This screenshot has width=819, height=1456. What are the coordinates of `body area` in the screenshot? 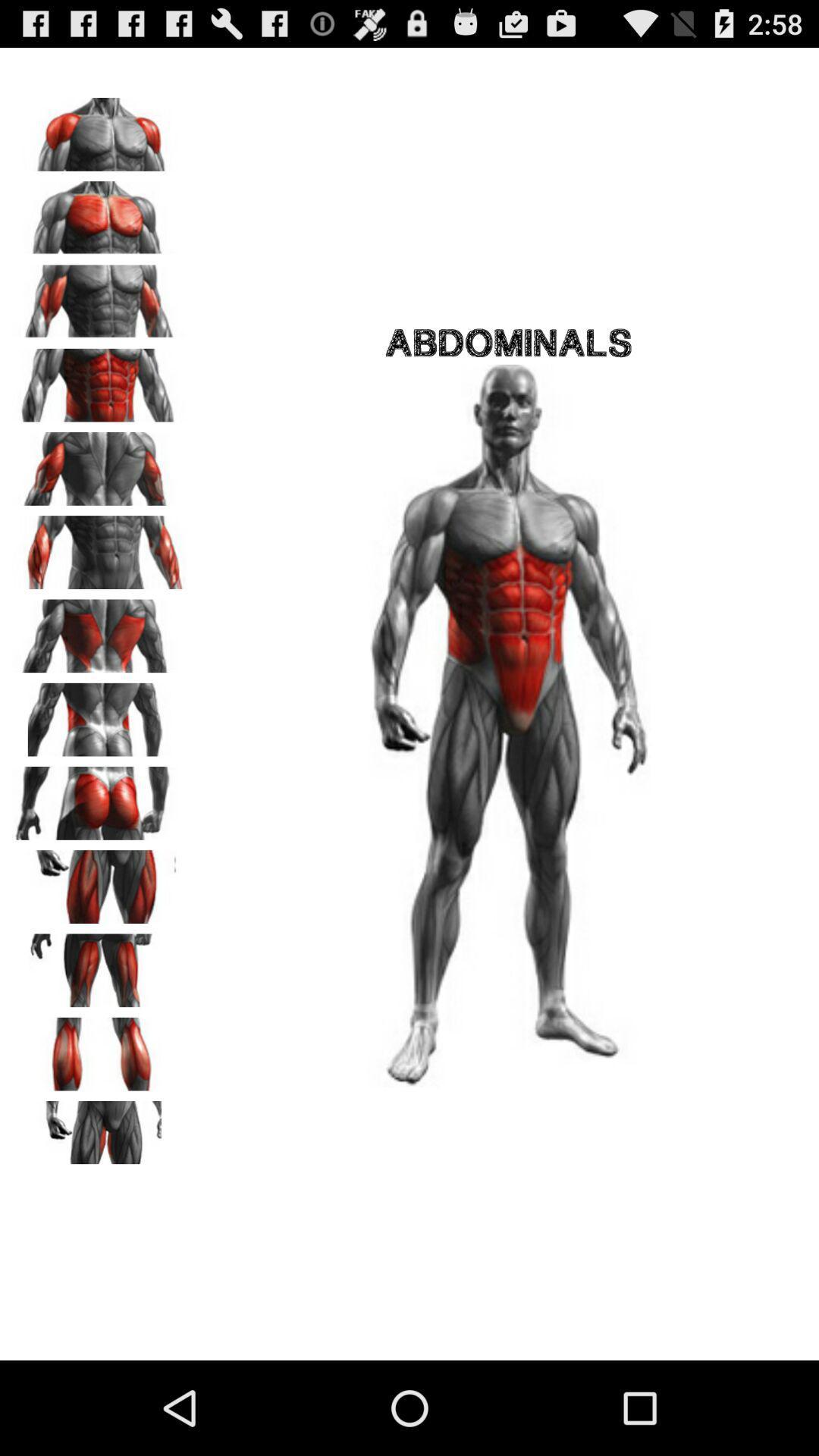 It's located at (99, 1048).